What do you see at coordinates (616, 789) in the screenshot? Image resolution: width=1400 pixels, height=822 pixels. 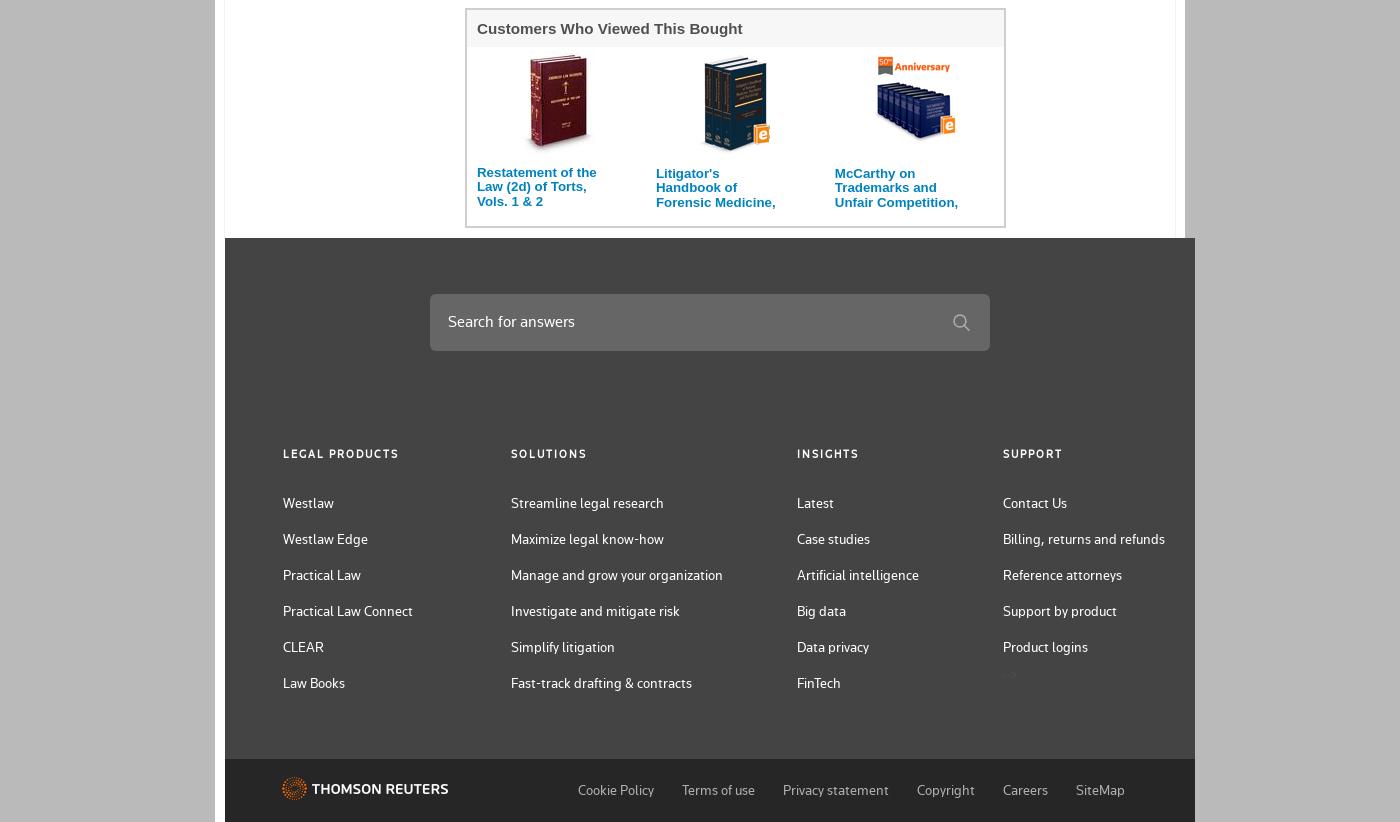 I see `'Cookie Policy'` at bounding box center [616, 789].